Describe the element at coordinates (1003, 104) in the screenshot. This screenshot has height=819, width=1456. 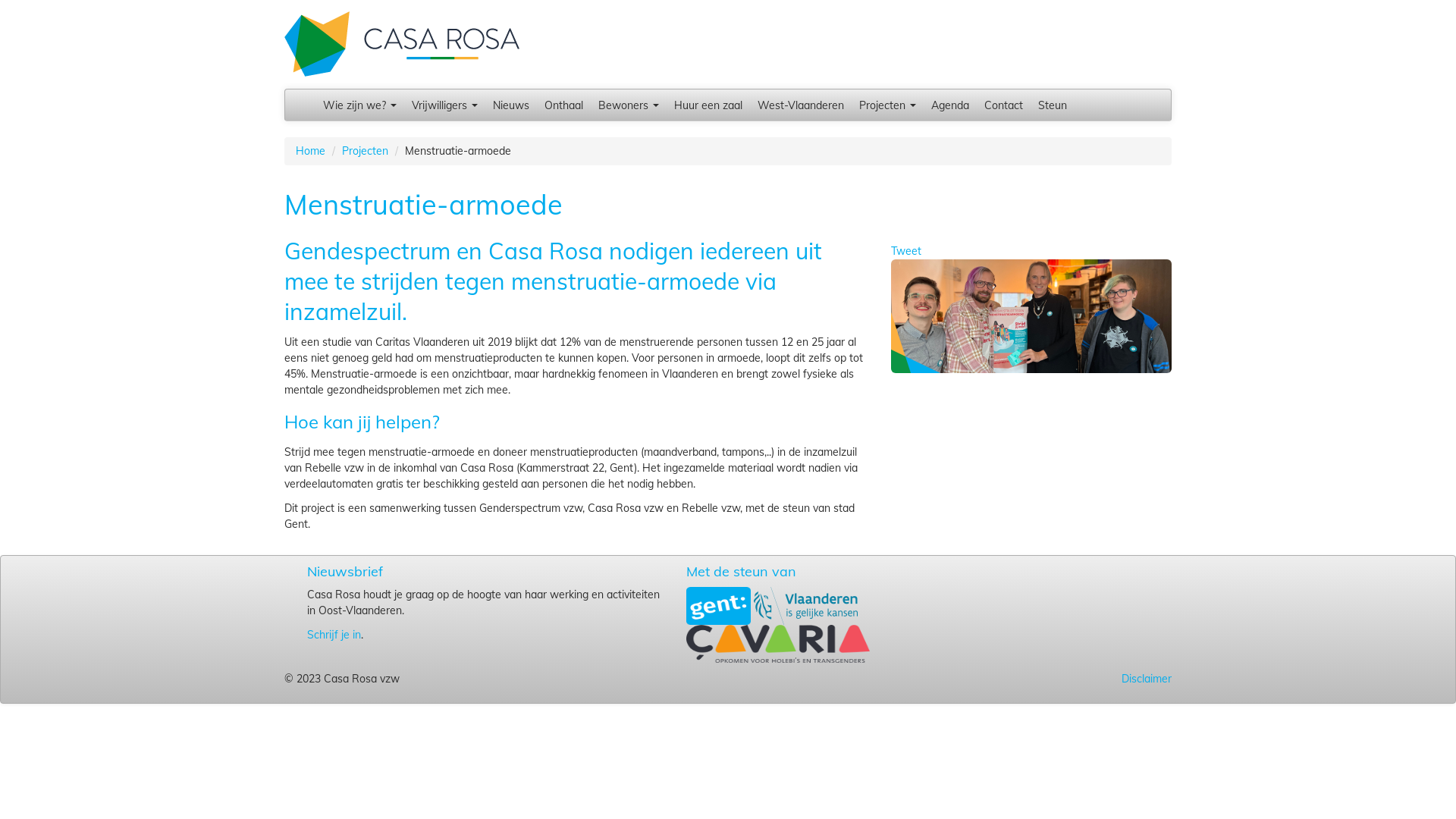
I see `'Contact'` at that location.